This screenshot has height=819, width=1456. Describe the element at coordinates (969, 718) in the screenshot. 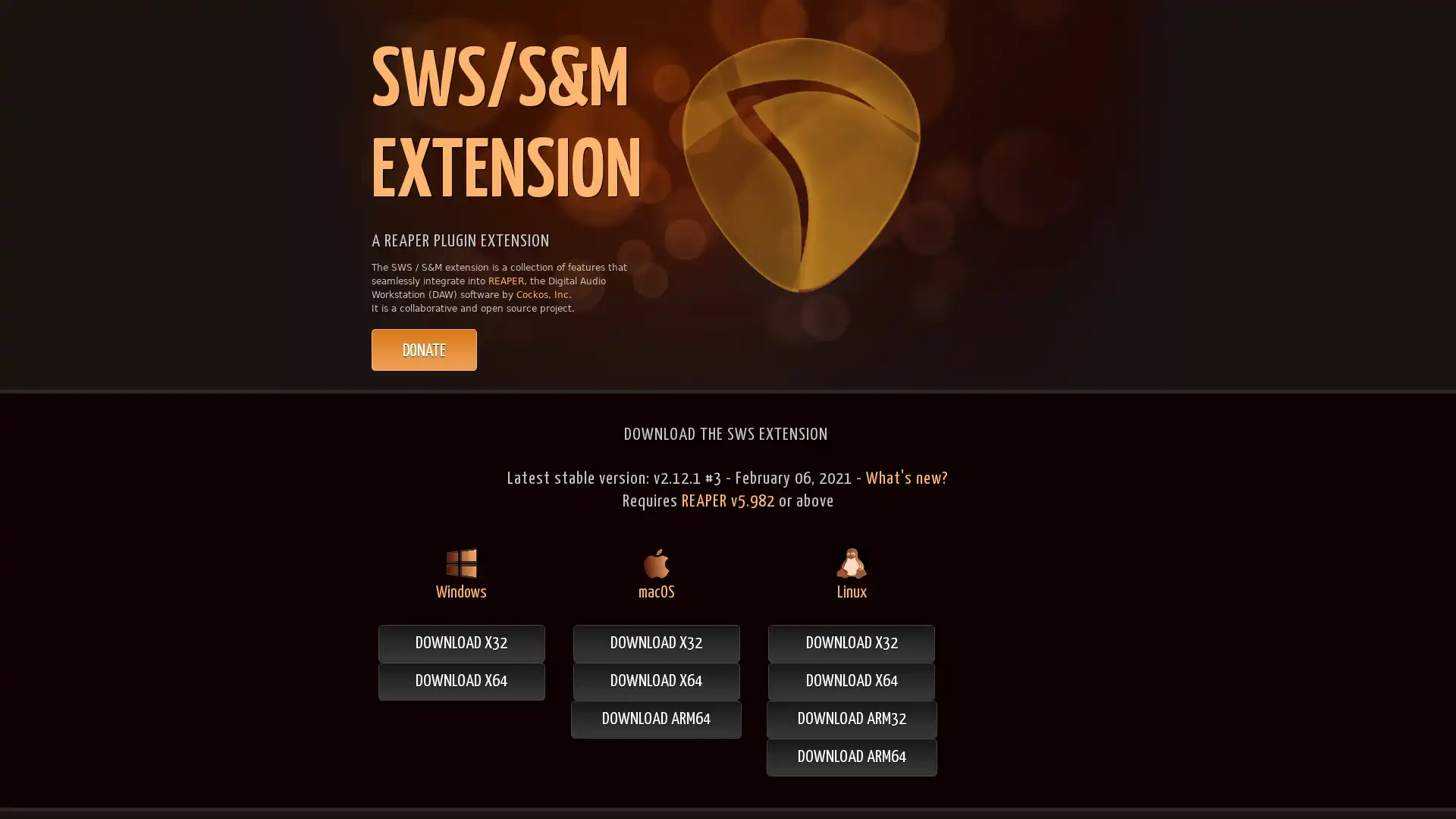

I see `DOWNLOAD ARM32` at that location.